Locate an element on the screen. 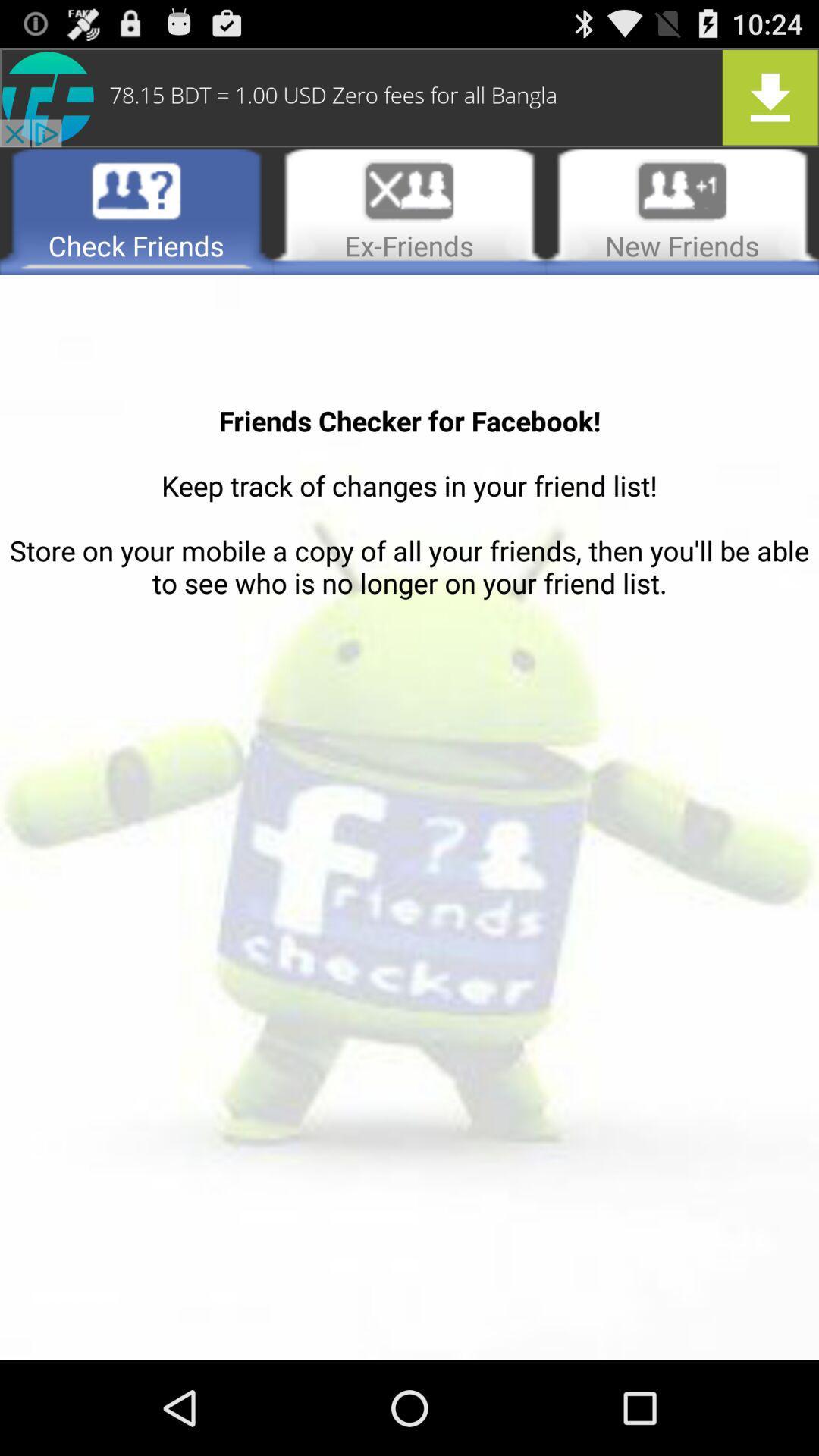 The height and width of the screenshot is (1456, 819). advertise an app is located at coordinates (409, 96).